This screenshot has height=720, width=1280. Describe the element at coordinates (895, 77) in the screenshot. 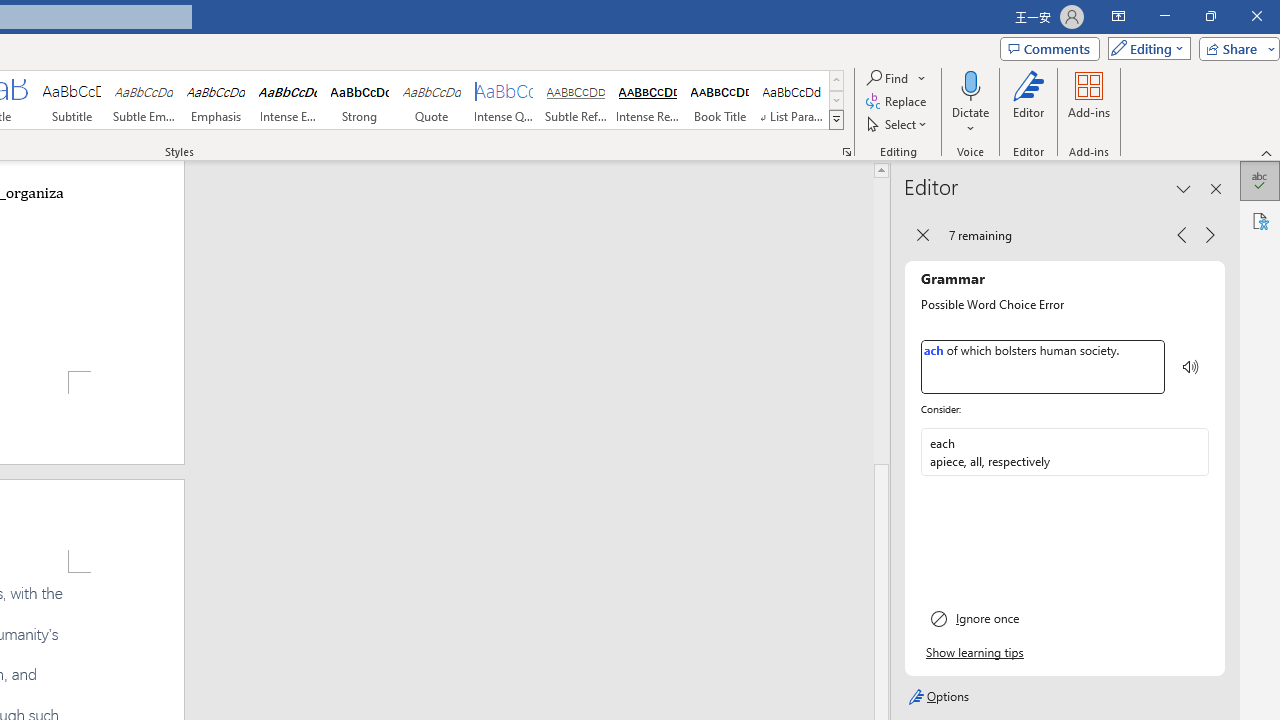

I see `'Find'` at that location.